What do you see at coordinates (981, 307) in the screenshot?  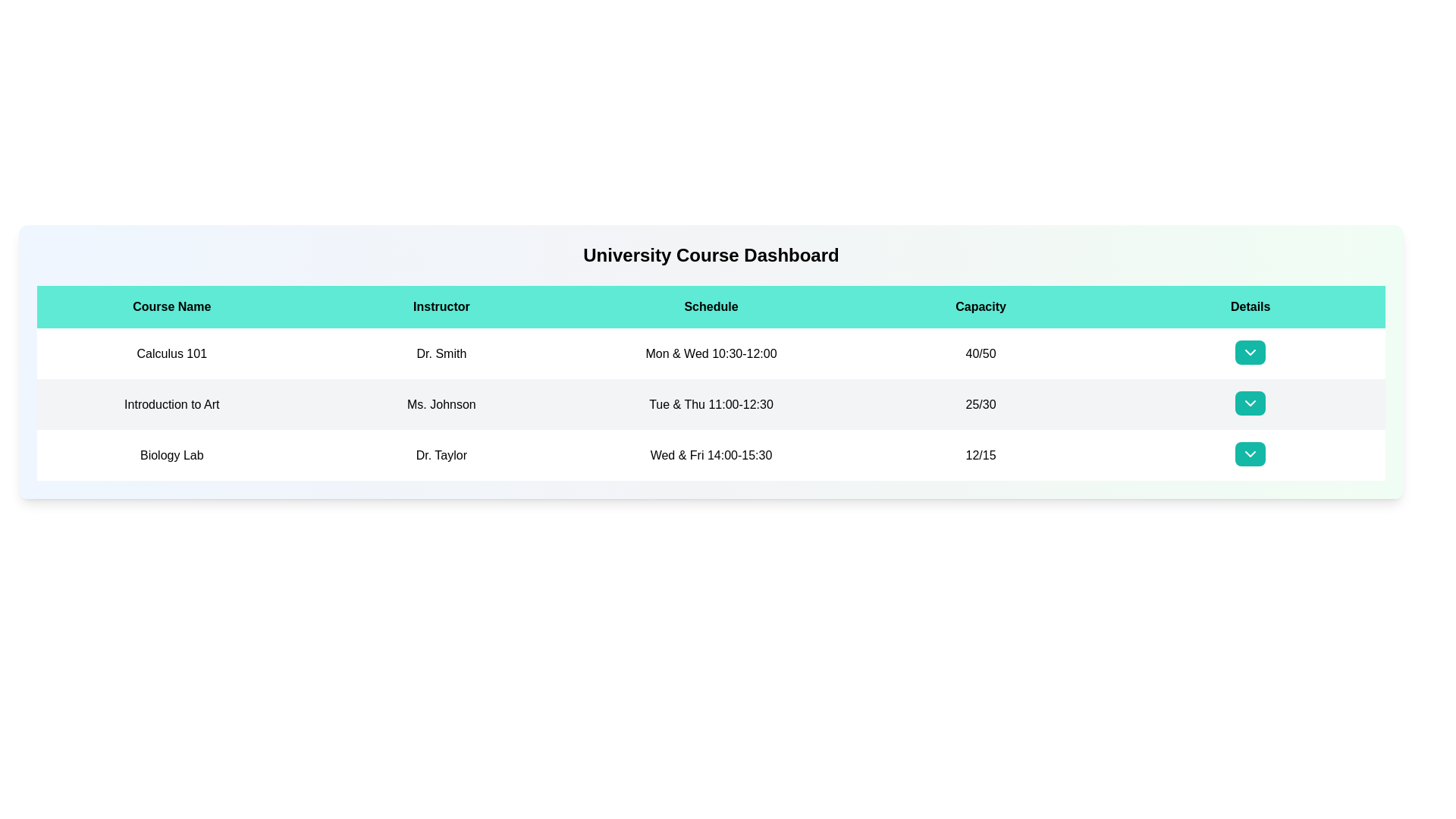 I see `the 'Capacity' text label in bold black font located in the fourth column of the table header, which has a light teal background` at bounding box center [981, 307].